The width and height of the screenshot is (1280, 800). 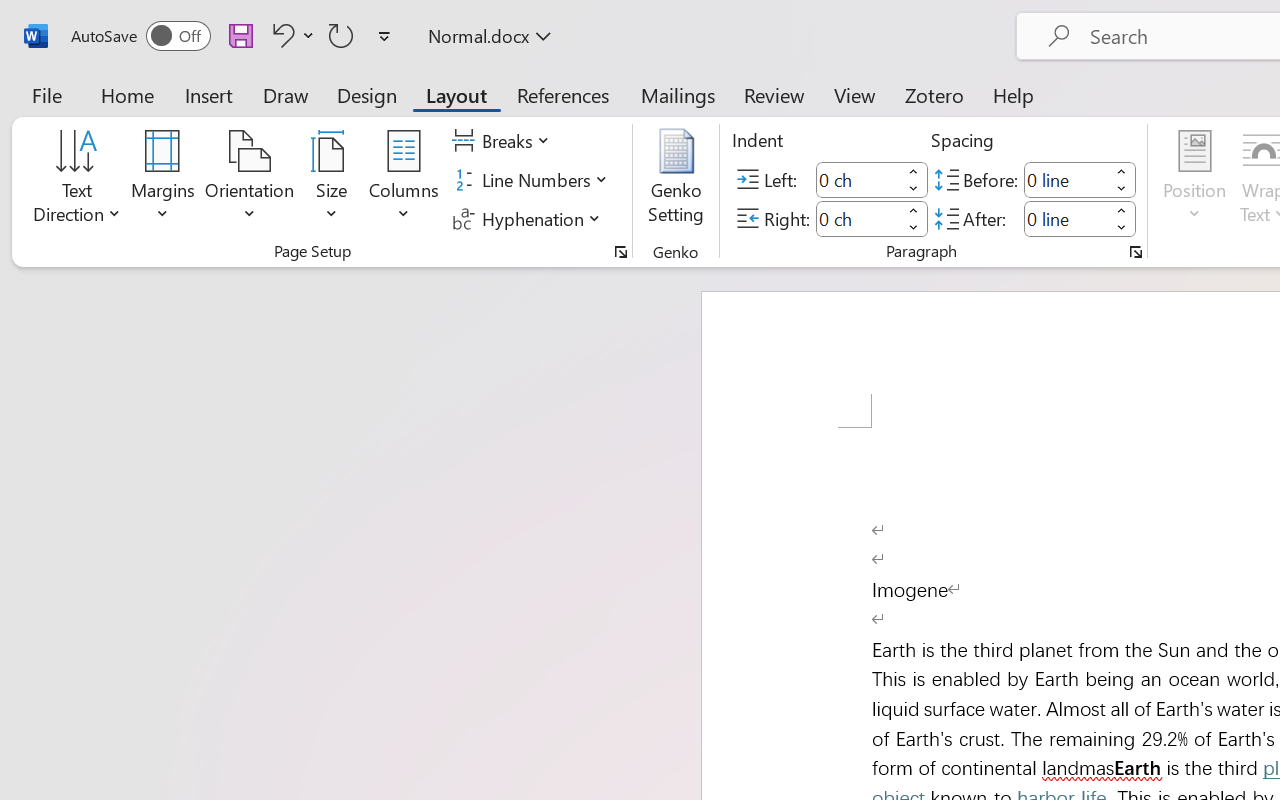 I want to click on 'Breaks', so click(x=504, y=141).